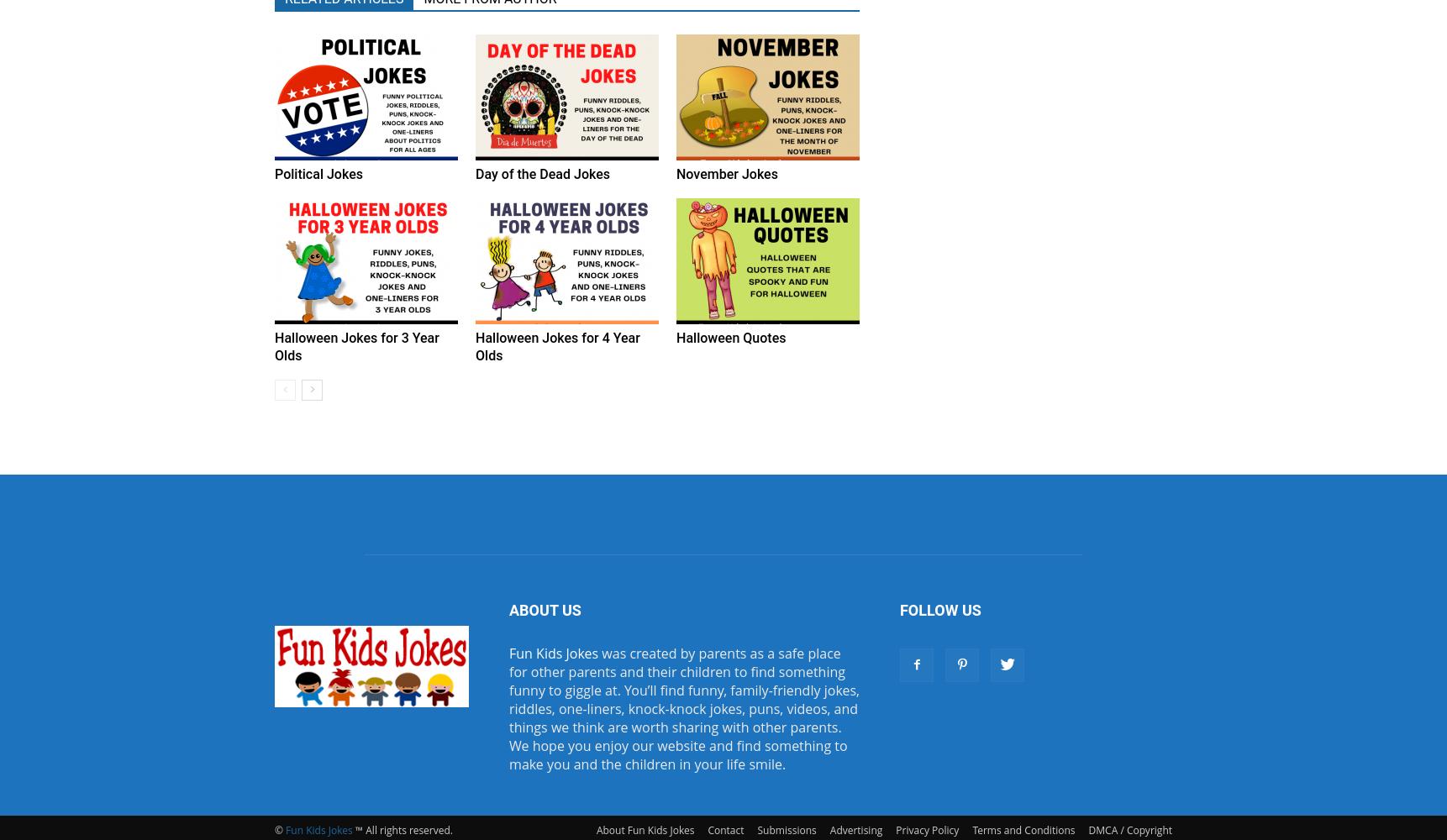  What do you see at coordinates (274, 347) in the screenshot?
I see `'Halloween Jokes for 3 Year Olds'` at bounding box center [274, 347].